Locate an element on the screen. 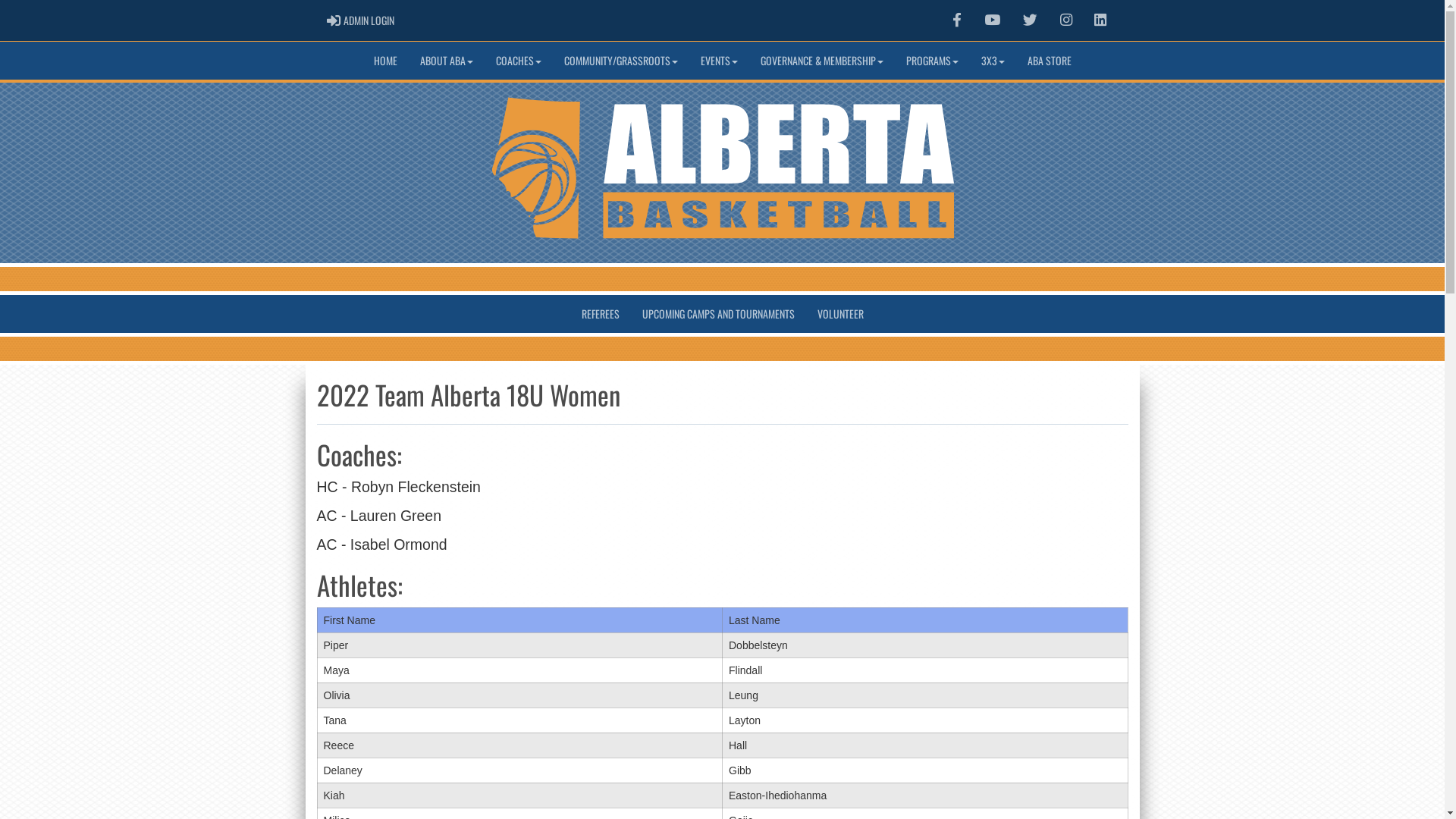 The height and width of the screenshot is (819, 1456). 'COMMUNITY/GRASSROOTS' is located at coordinates (620, 60).